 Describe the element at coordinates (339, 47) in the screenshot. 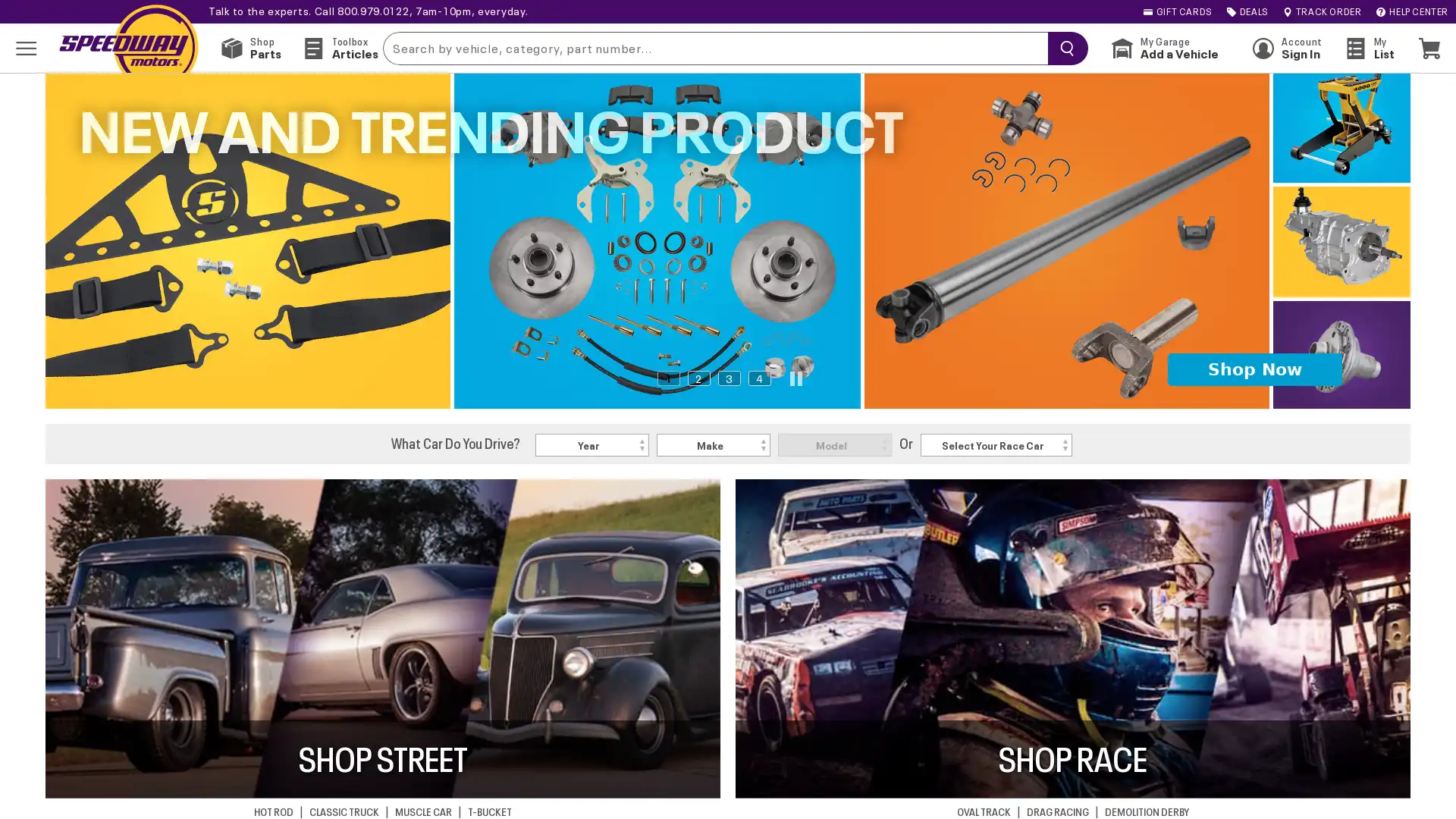

I see `Toolbox Articles` at that location.